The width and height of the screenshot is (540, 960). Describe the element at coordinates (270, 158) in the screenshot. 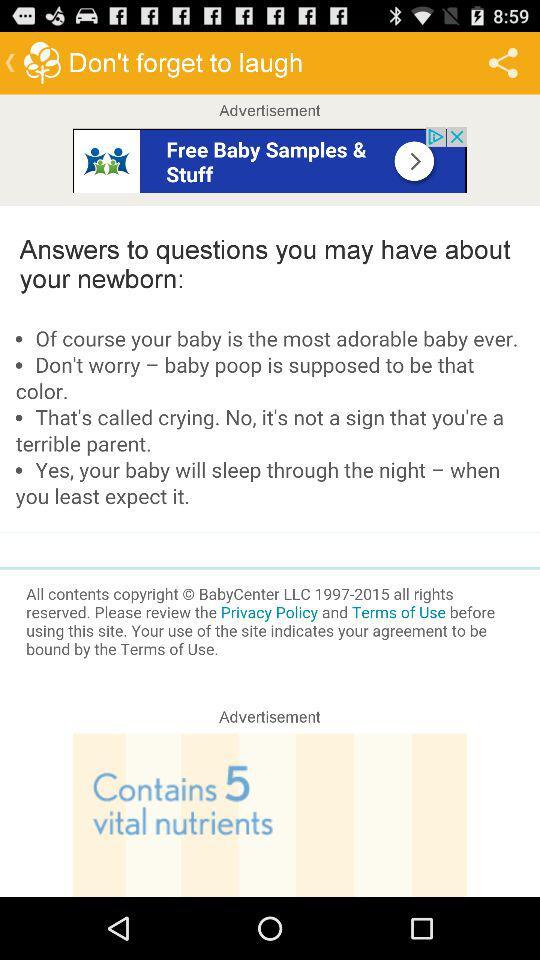

I see `advertisement space` at that location.